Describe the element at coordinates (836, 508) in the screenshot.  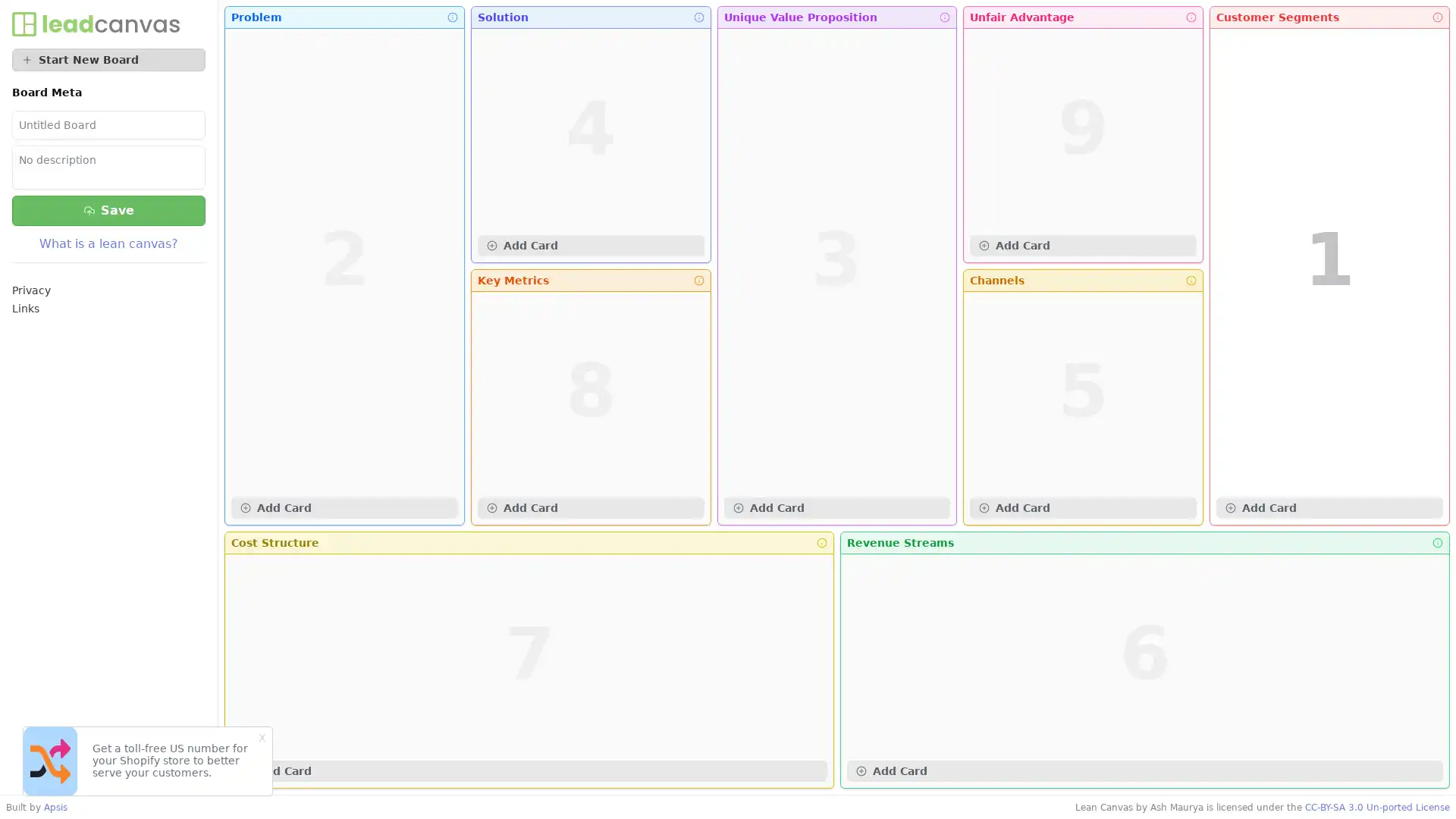
I see `Add Card` at that location.